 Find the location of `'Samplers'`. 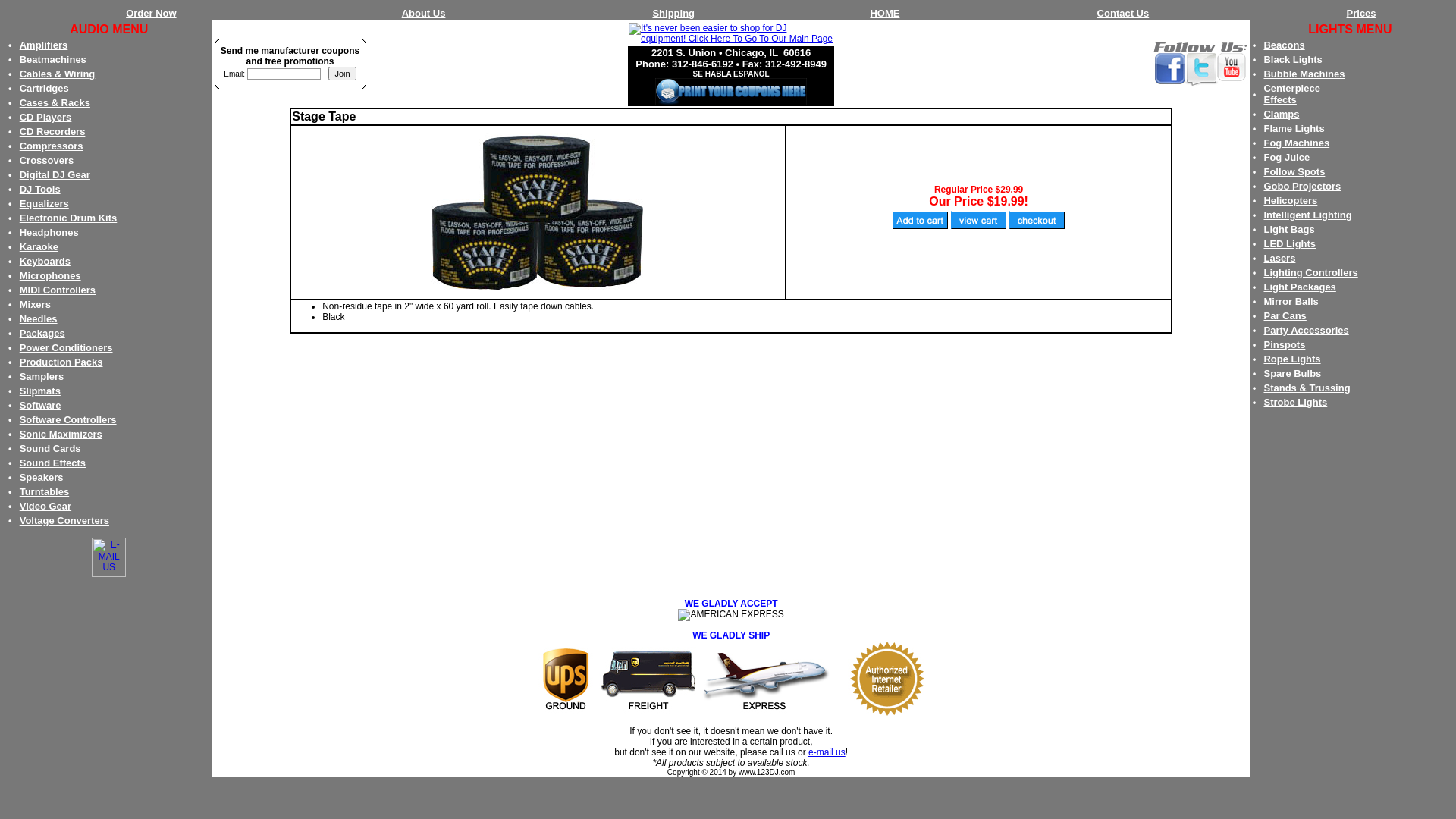

'Samplers' is located at coordinates (19, 375).